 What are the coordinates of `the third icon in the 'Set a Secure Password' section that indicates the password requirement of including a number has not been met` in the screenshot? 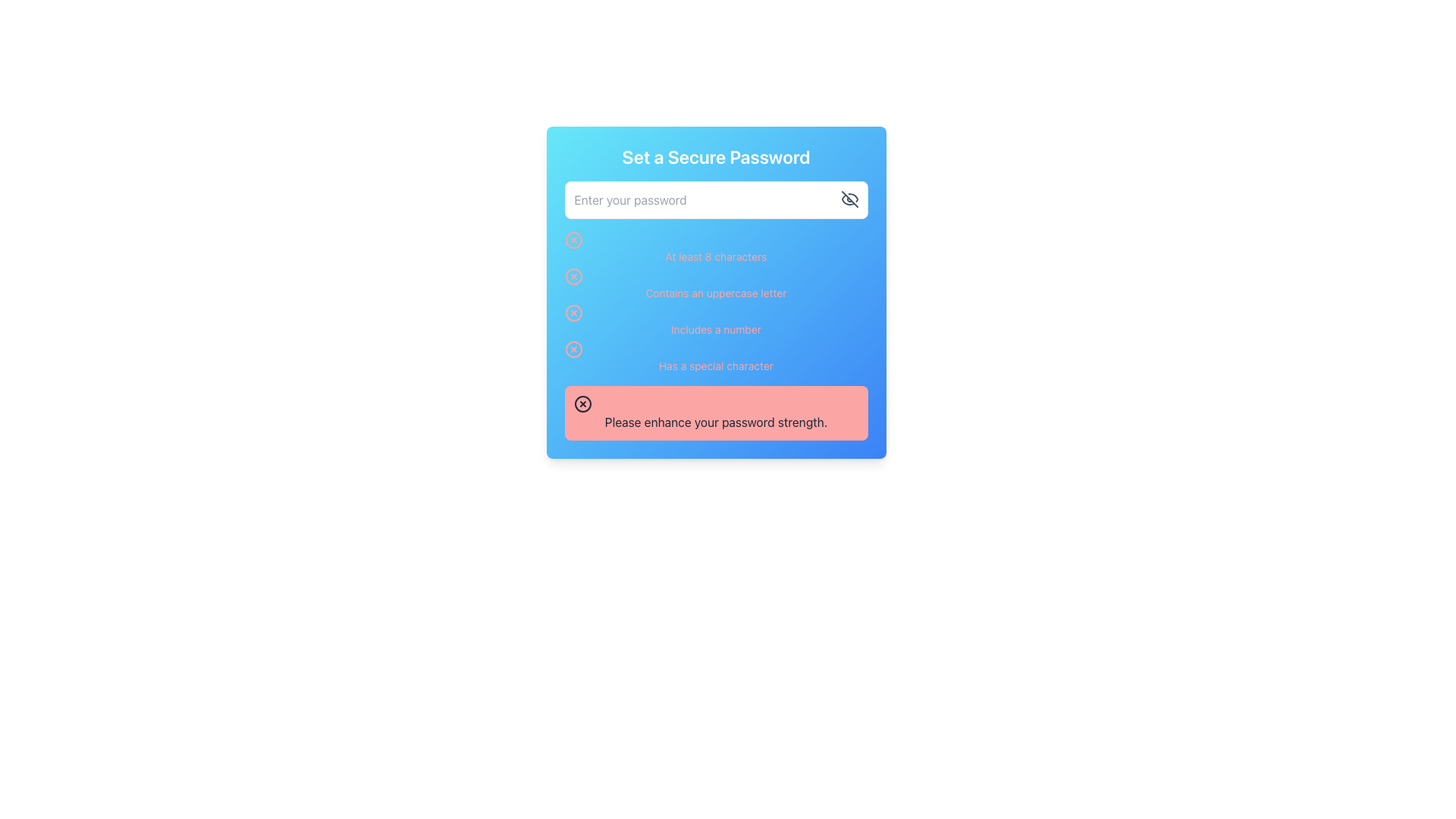 It's located at (573, 312).